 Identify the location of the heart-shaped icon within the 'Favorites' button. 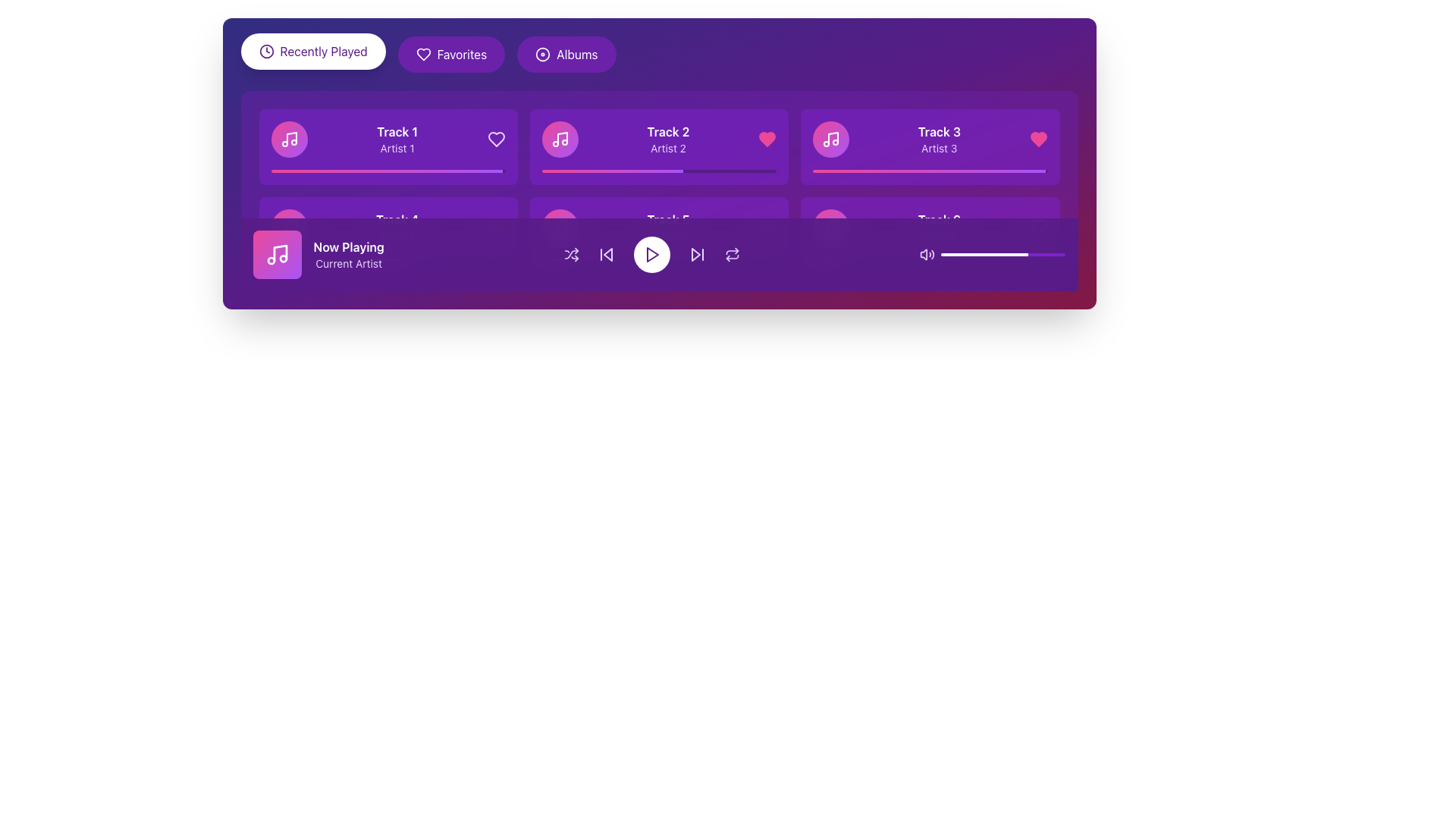
(423, 54).